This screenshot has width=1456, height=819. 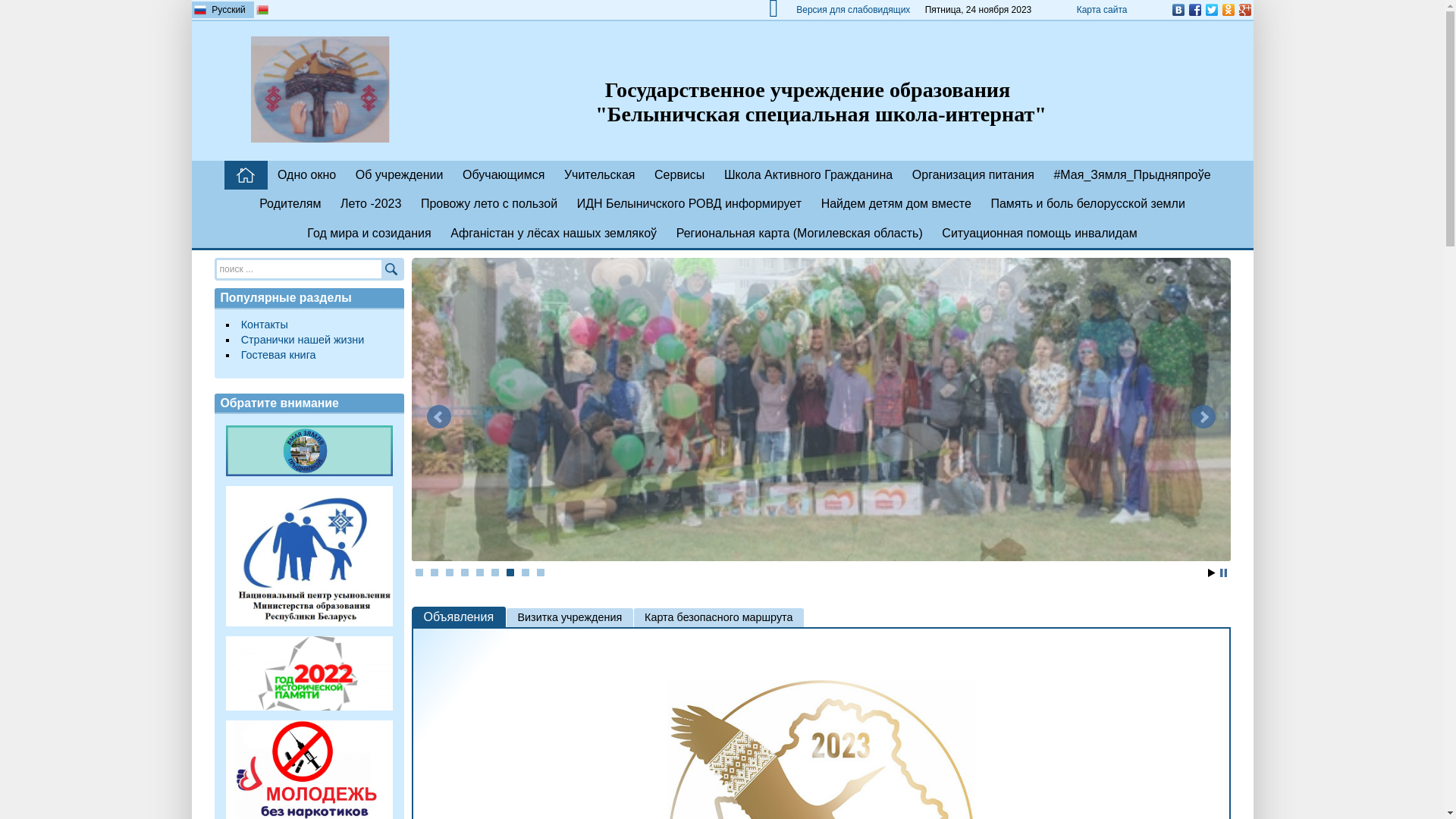 I want to click on '7', so click(x=510, y=573).